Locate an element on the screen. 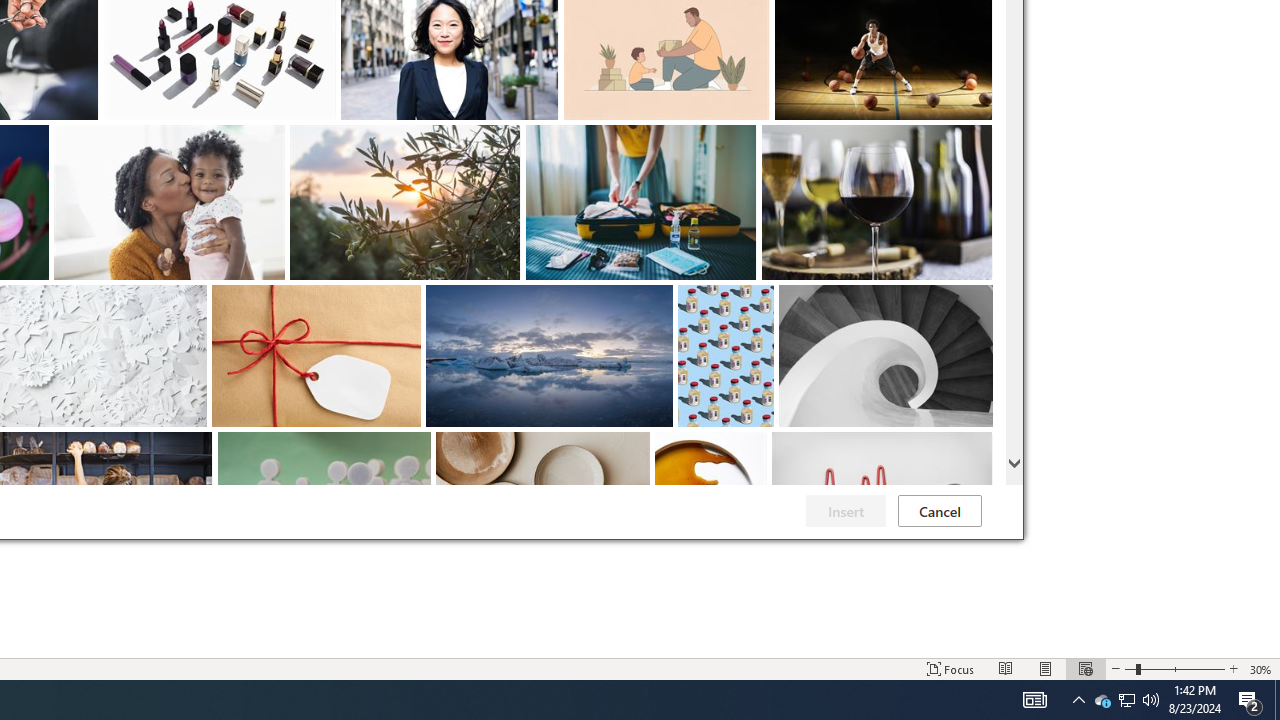 This screenshot has height=720, width=1280. 'Show desktop' is located at coordinates (1276, 698).